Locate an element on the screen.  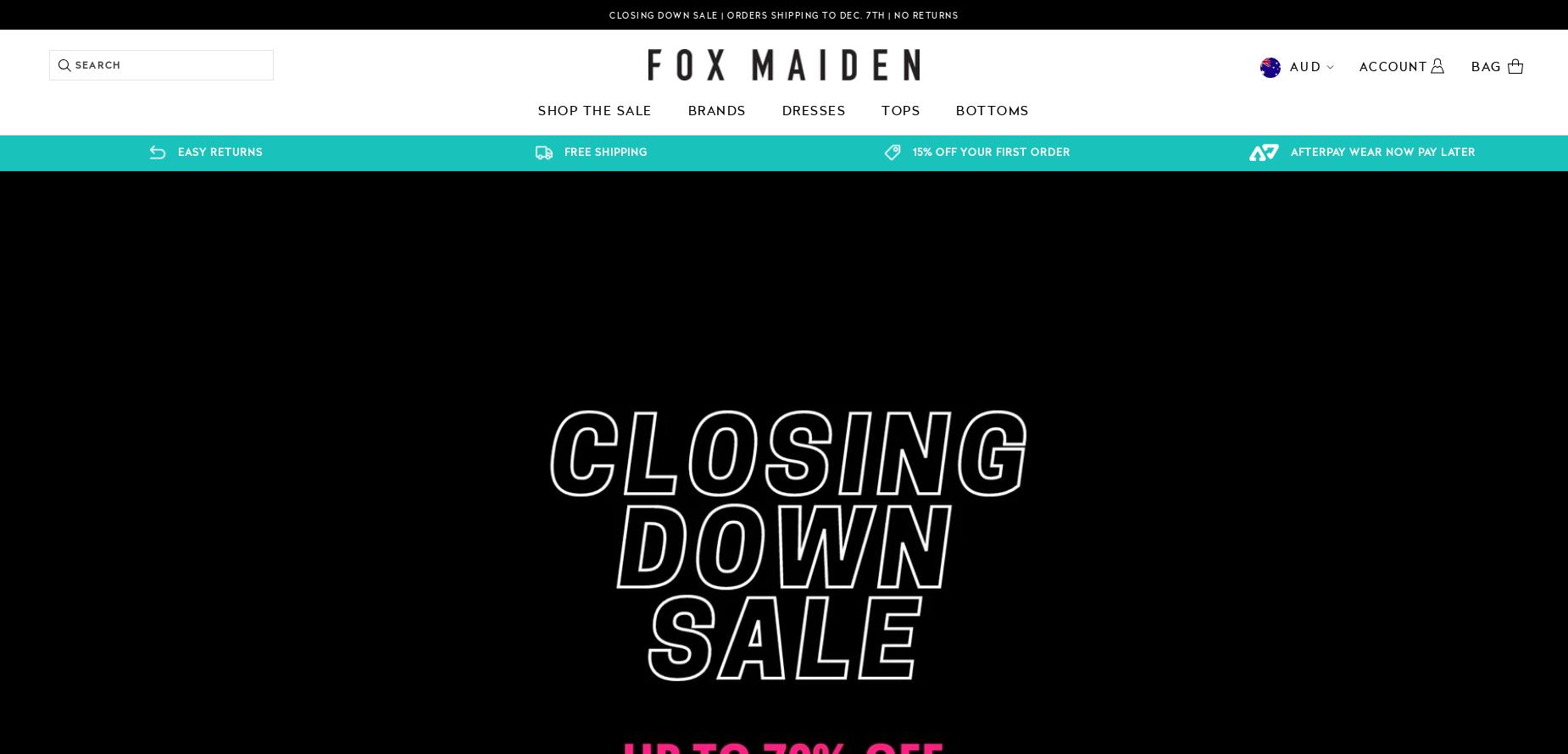
'CLOSING DOWN SALE | ORDERS SHIPPING TO DEC. 7TH | NO RETURNS' is located at coordinates (609, 14).